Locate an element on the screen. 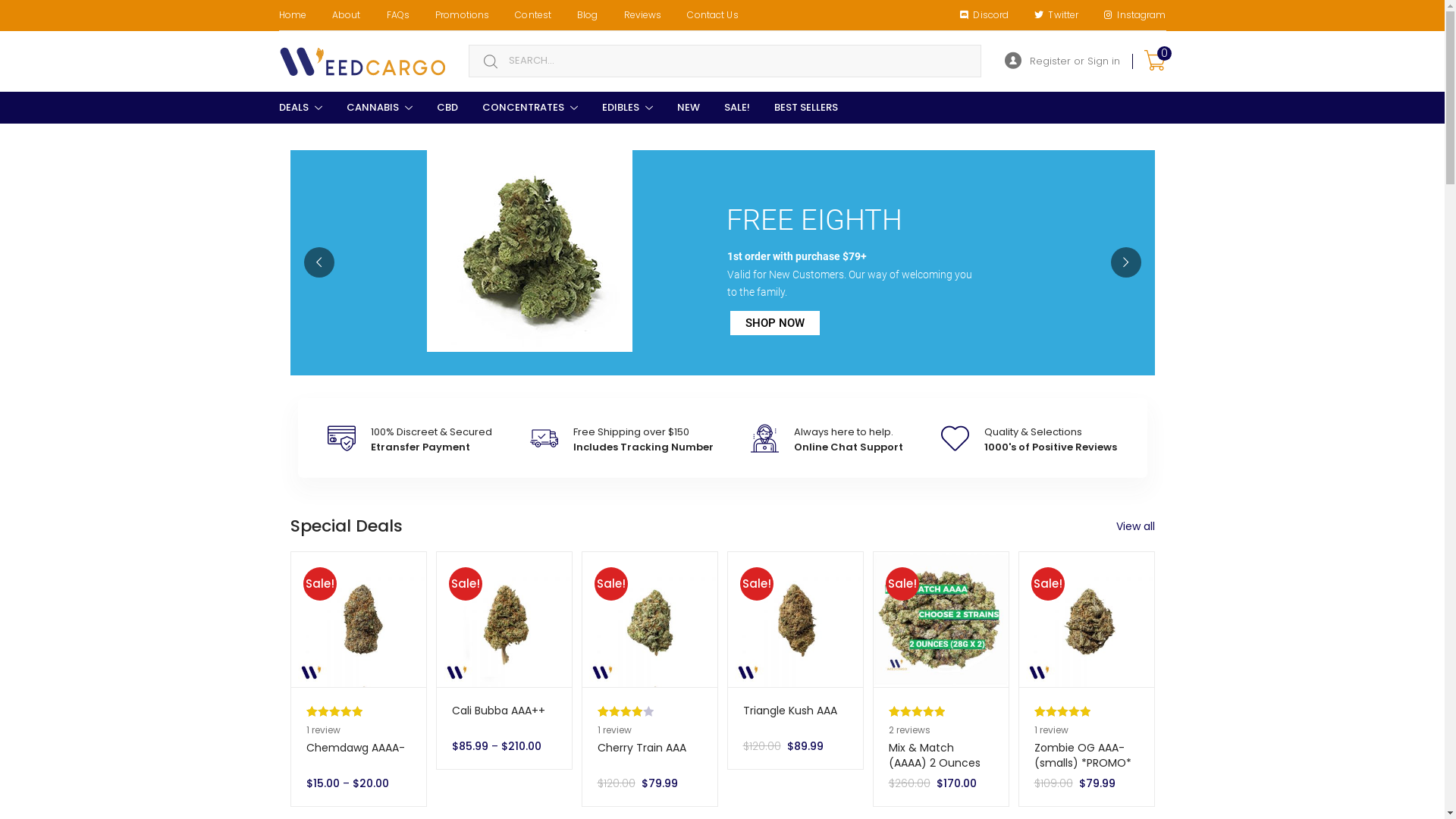 The width and height of the screenshot is (1456, 819). 'CANNABIS' is located at coordinates (378, 107).